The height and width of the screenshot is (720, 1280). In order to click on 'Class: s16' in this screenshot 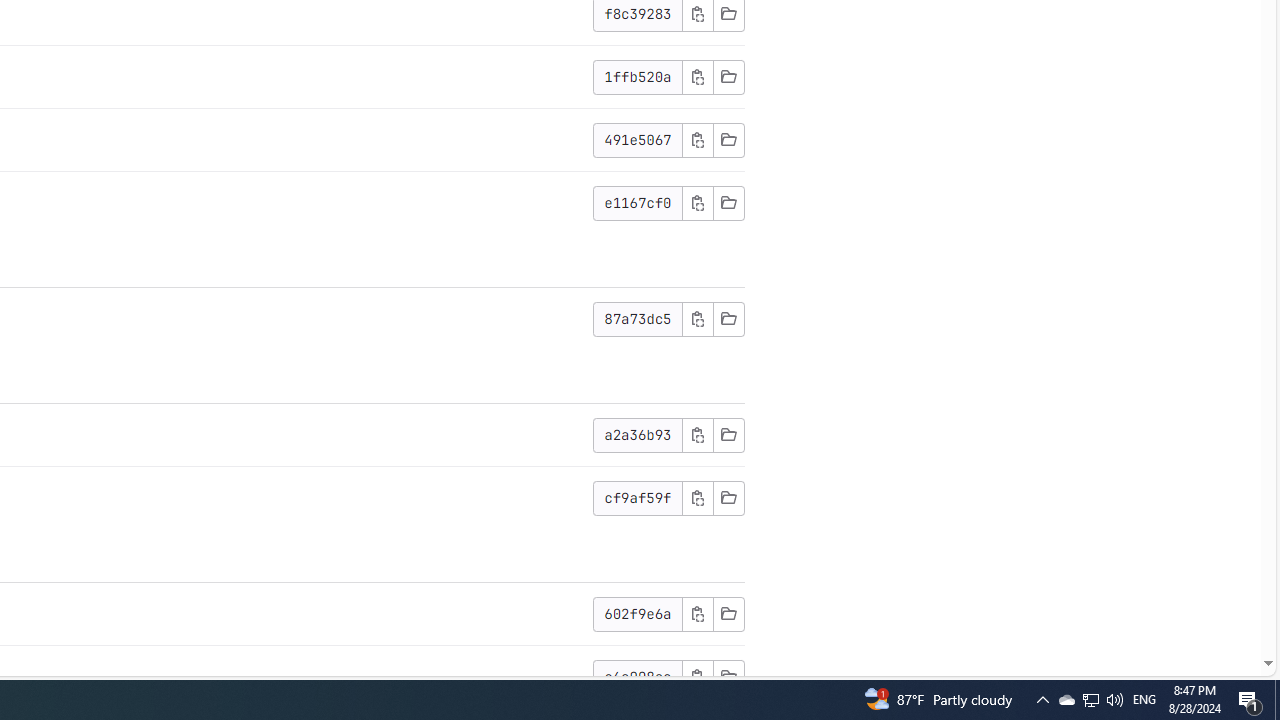, I will do `click(727, 675)`.